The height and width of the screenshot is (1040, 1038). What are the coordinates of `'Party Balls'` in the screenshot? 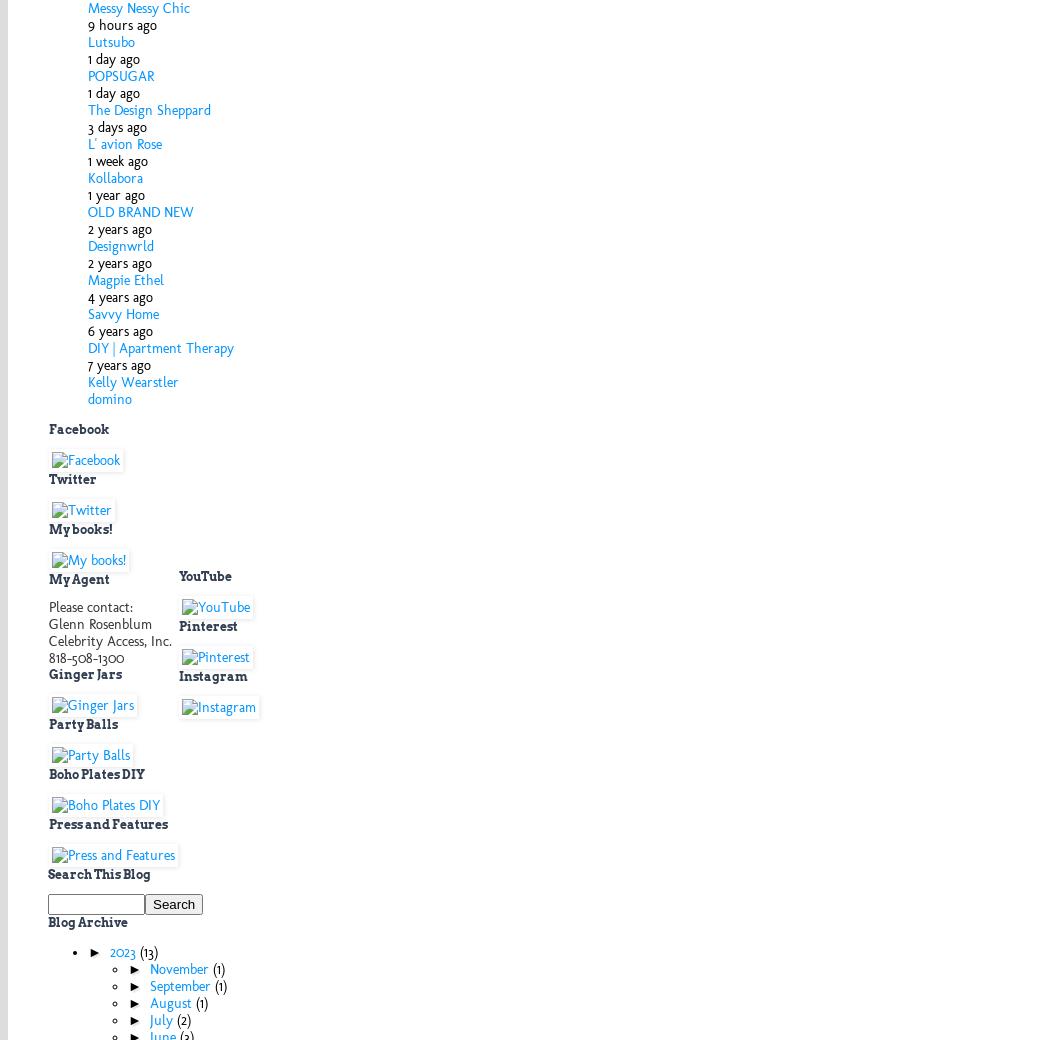 It's located at (82, 723).